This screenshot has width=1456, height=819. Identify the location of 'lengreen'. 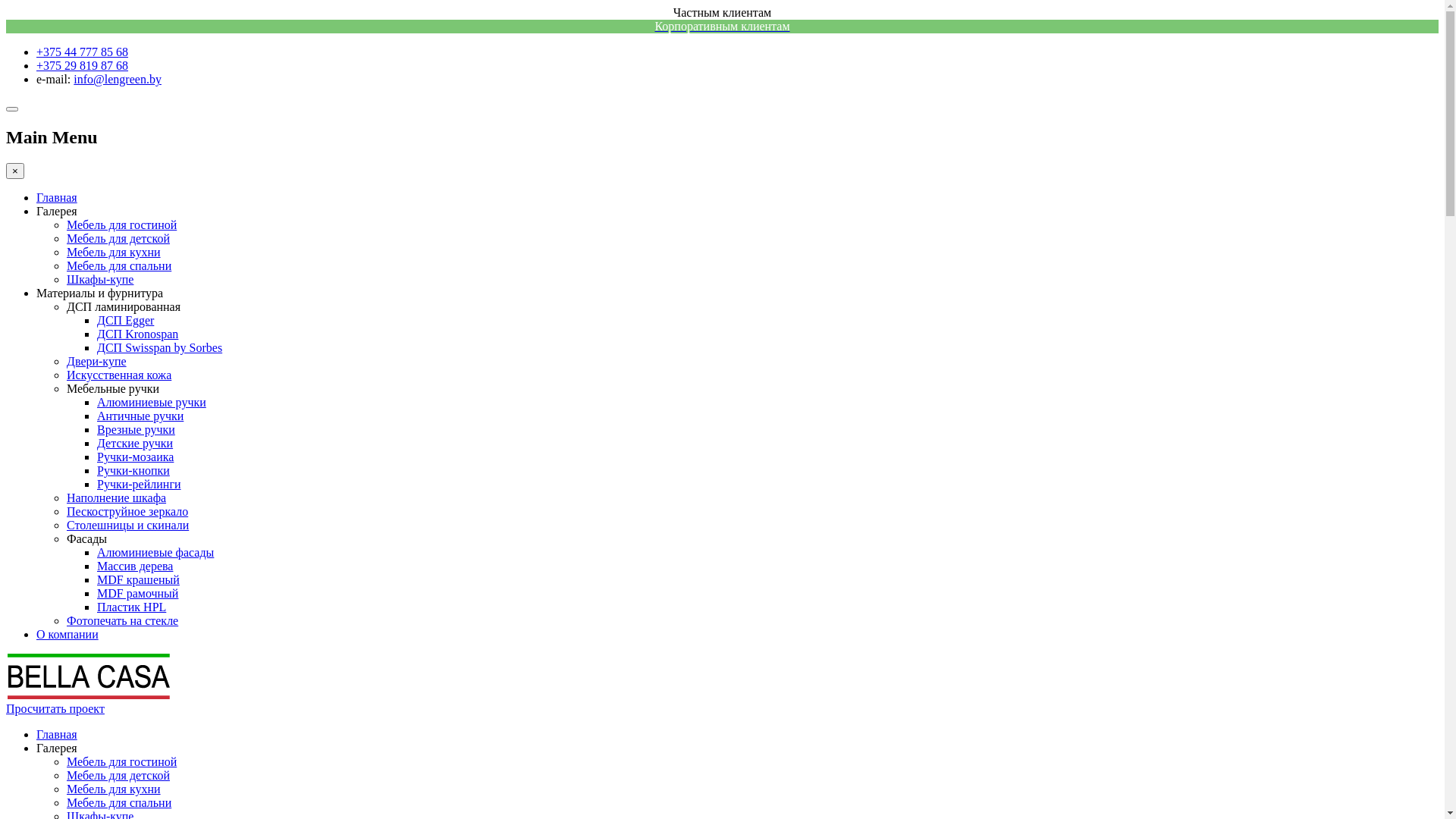
(86, 695).